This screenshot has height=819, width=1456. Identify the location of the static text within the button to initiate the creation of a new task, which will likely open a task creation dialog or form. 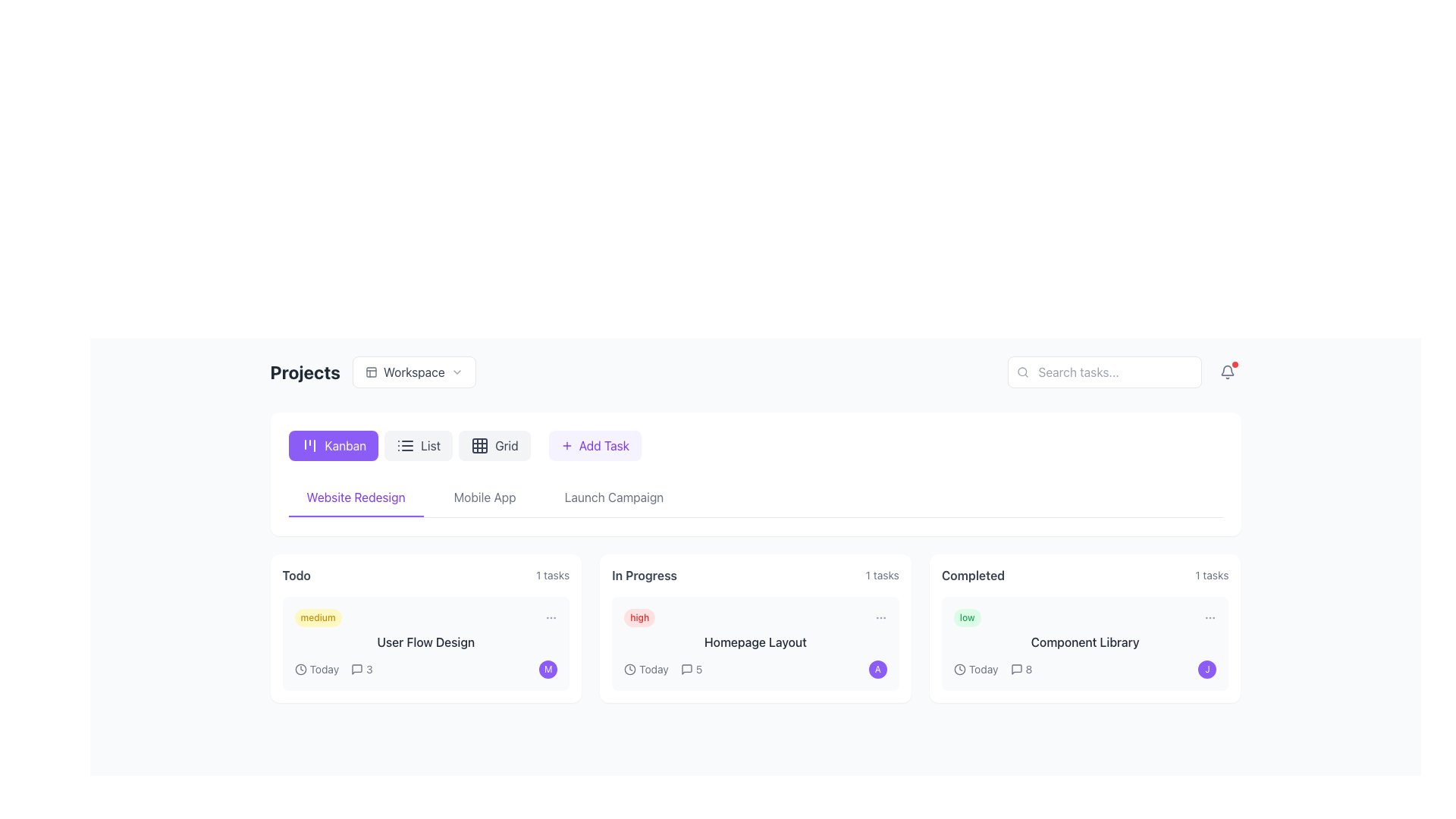
(603, 444).